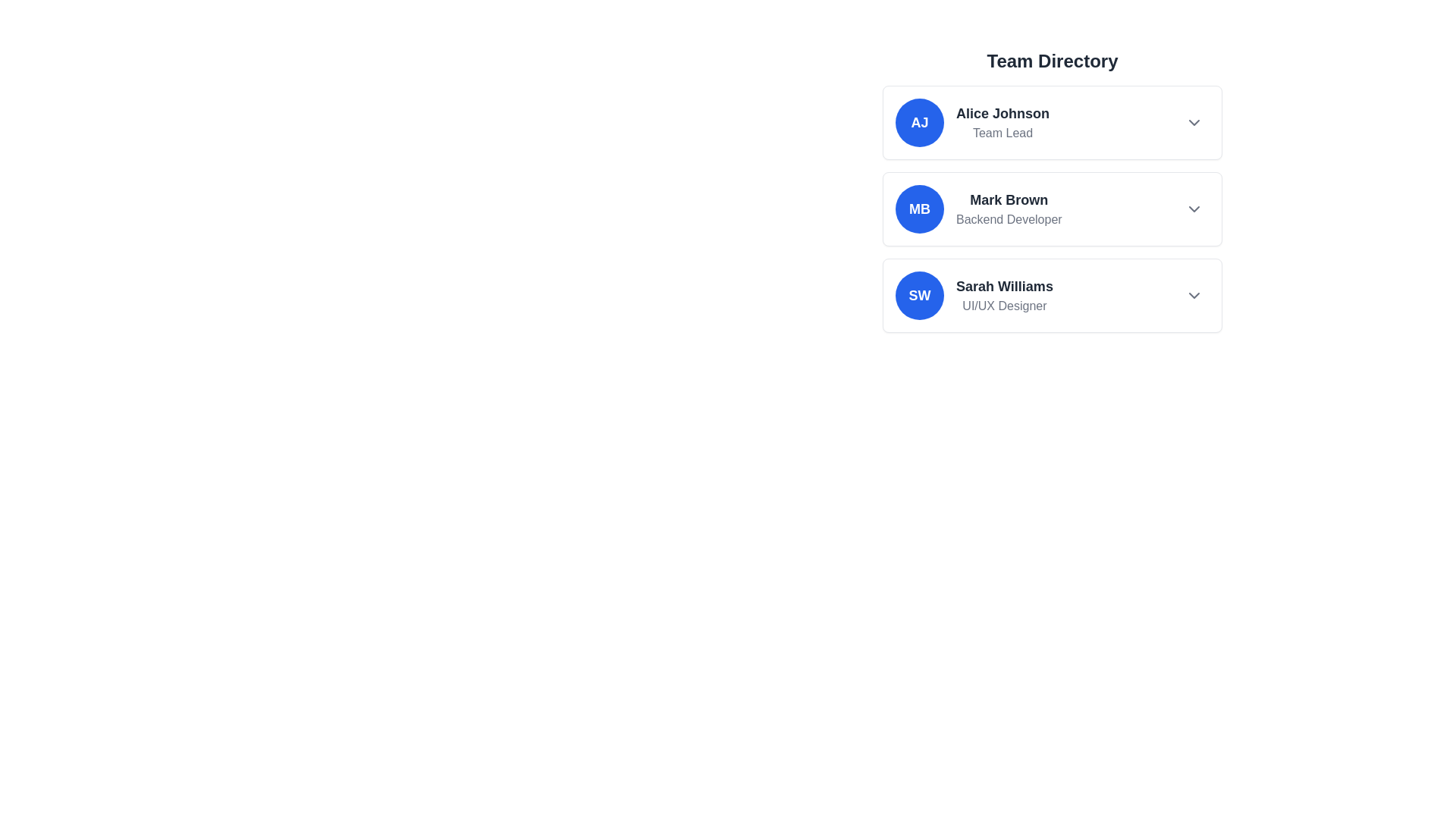 Image resolution: width=1456 pixels, height=819 pixels. Describe the element at coordinates (1193, 209) in the screenshot. I see `the chevron icon` at that location.